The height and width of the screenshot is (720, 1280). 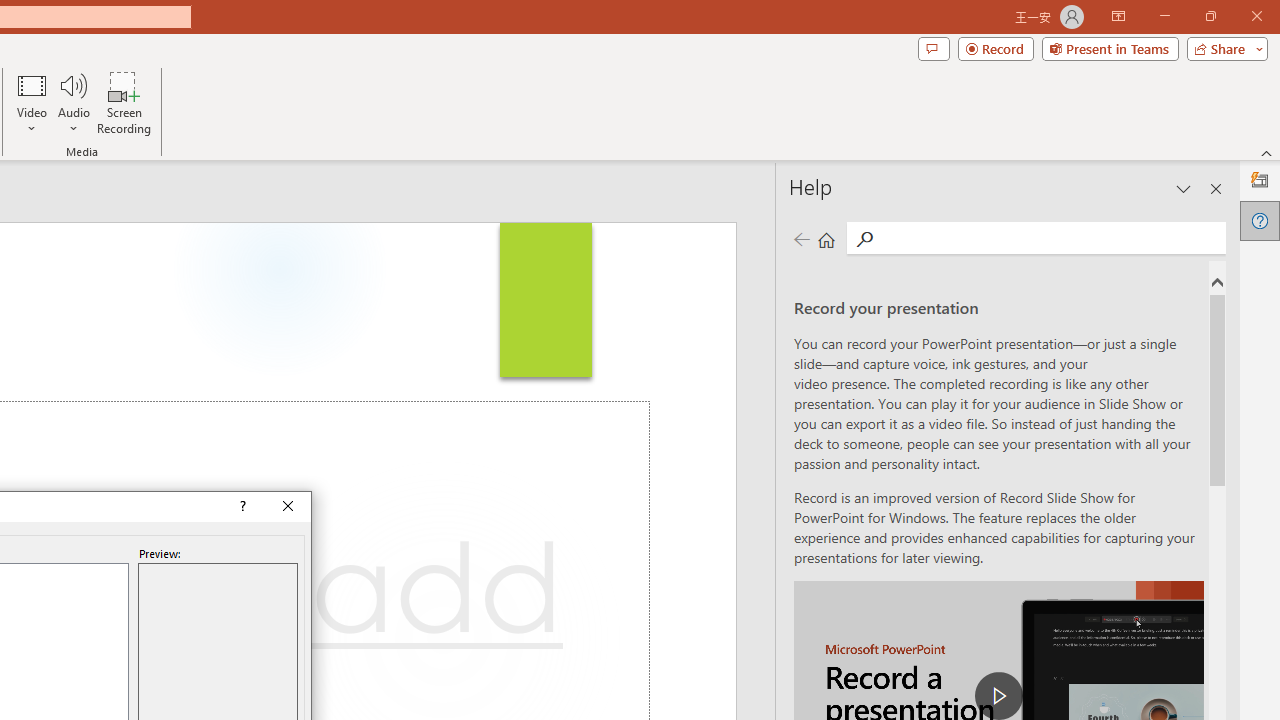 What do you see at coordinates (1259, 181) in the screenshot?
I see `'Designer'` at bounding box center [1259, 181].